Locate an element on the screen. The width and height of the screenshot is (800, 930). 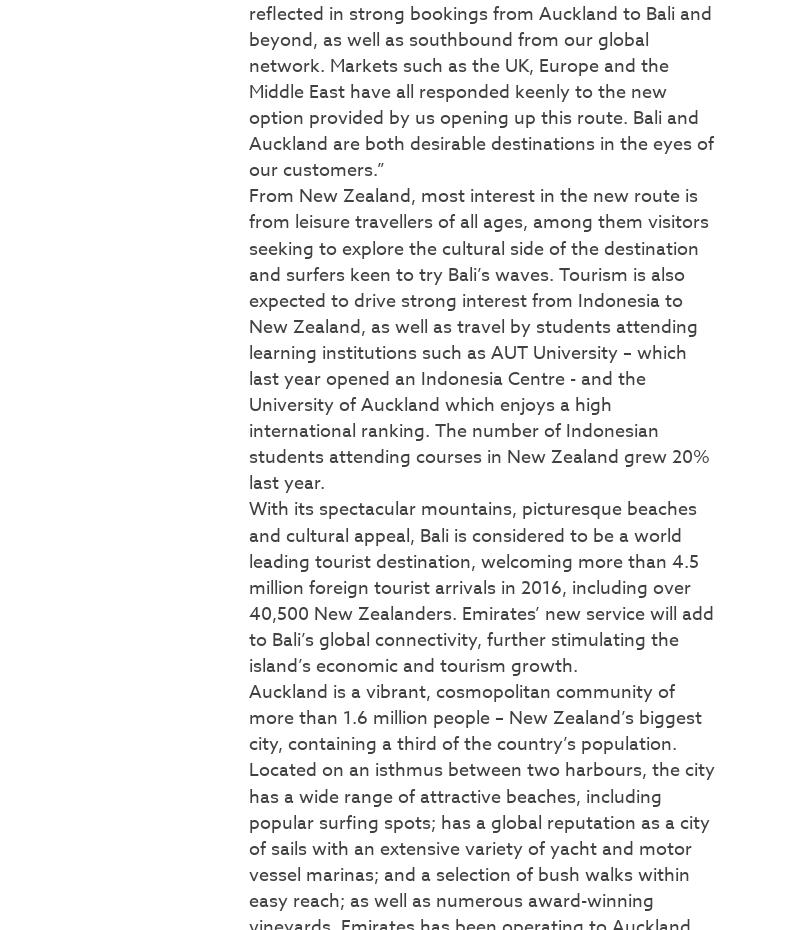
'Popular Topics' is located at coordinates (83, 126).